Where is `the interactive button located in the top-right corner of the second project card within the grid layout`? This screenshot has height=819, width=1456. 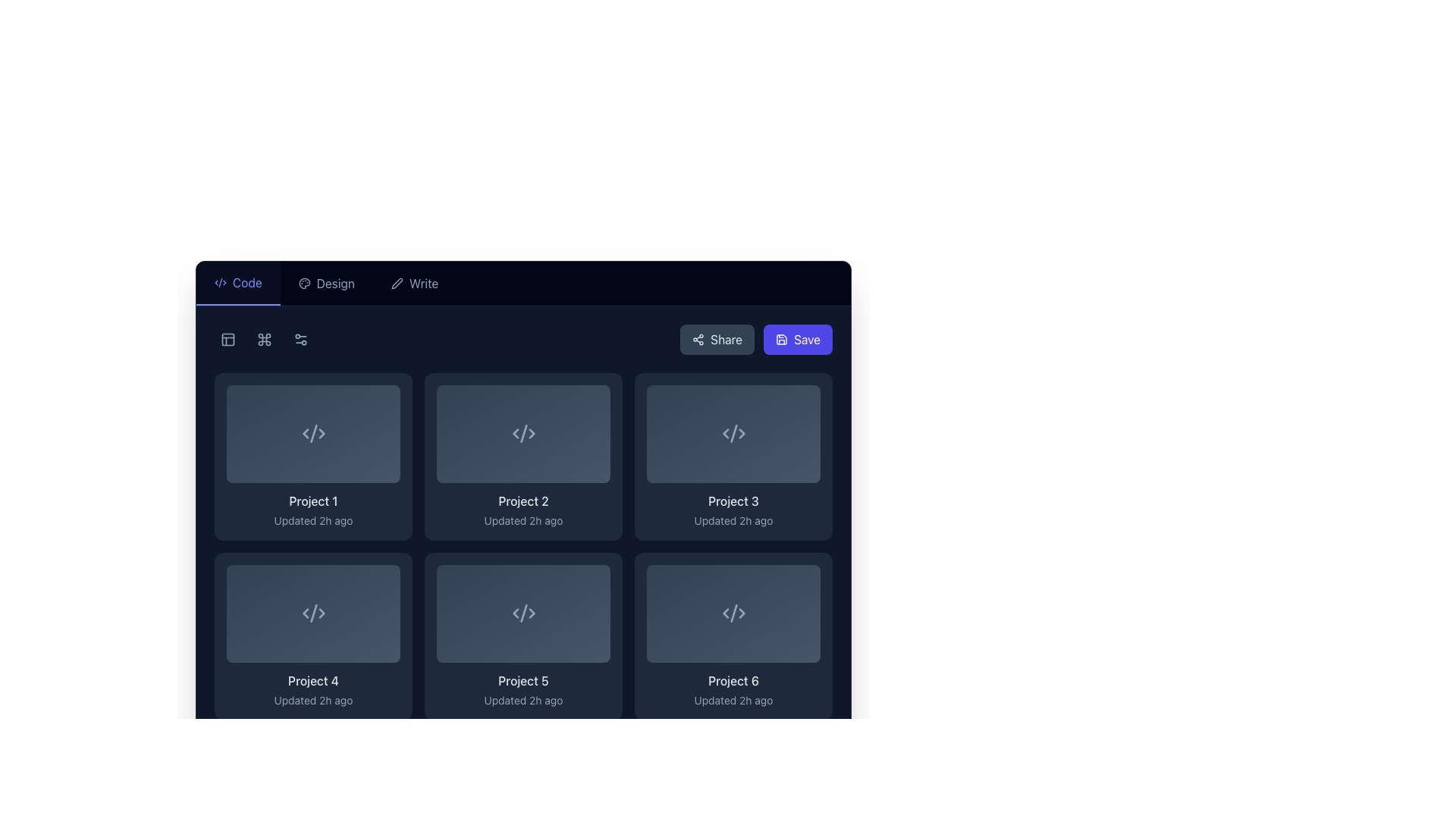 the interactive button located in the top-right corner of the second project card within the grid layout is located at coordinates (607, 388).